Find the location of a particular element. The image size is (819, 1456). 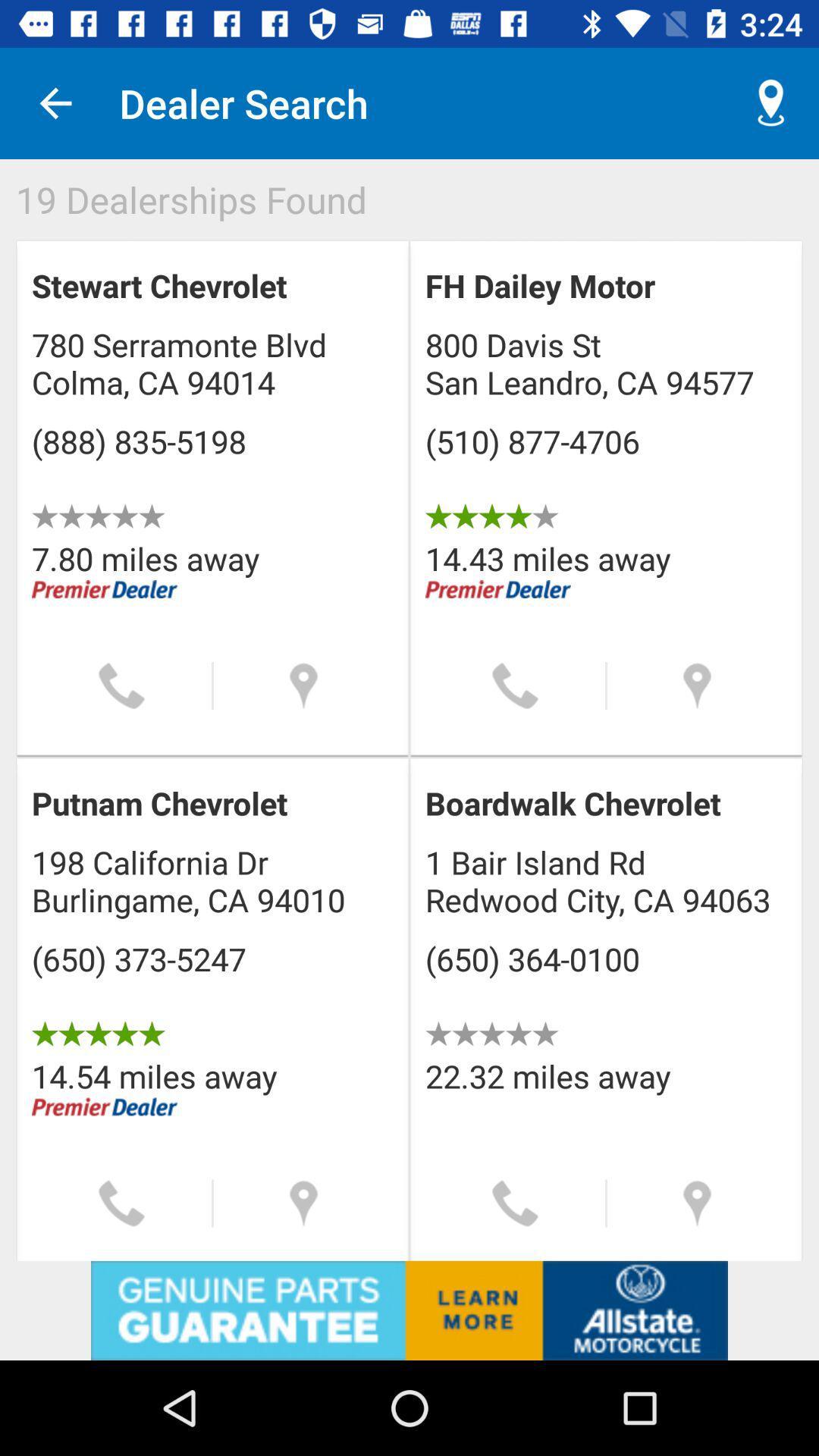

call logo is located at coordinates (514, 1203).